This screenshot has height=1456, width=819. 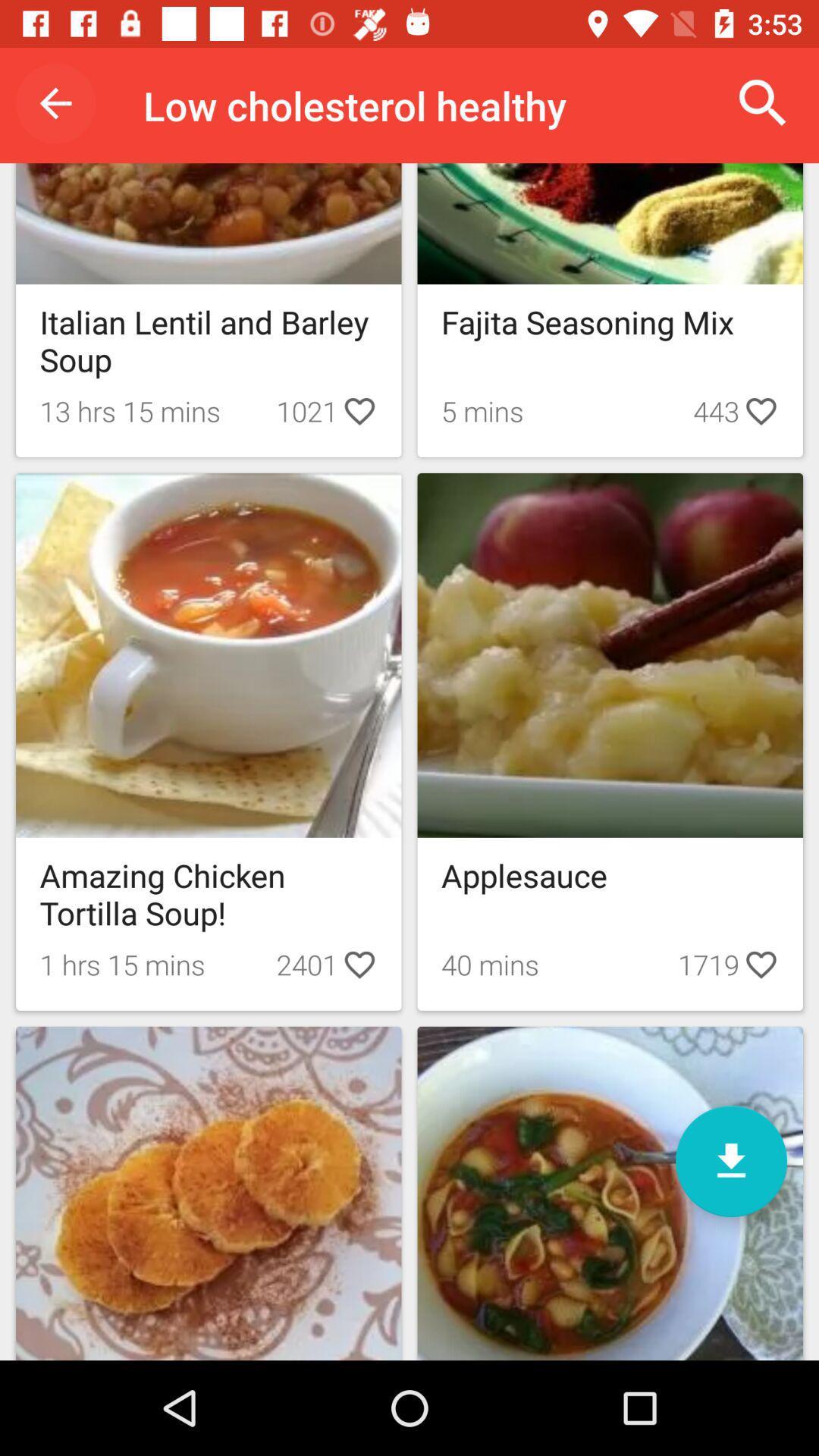 What do you see at coordinates (730, 1160) in the screenshot?
I see `the file_download icon` at bounding box center [730, 1160].